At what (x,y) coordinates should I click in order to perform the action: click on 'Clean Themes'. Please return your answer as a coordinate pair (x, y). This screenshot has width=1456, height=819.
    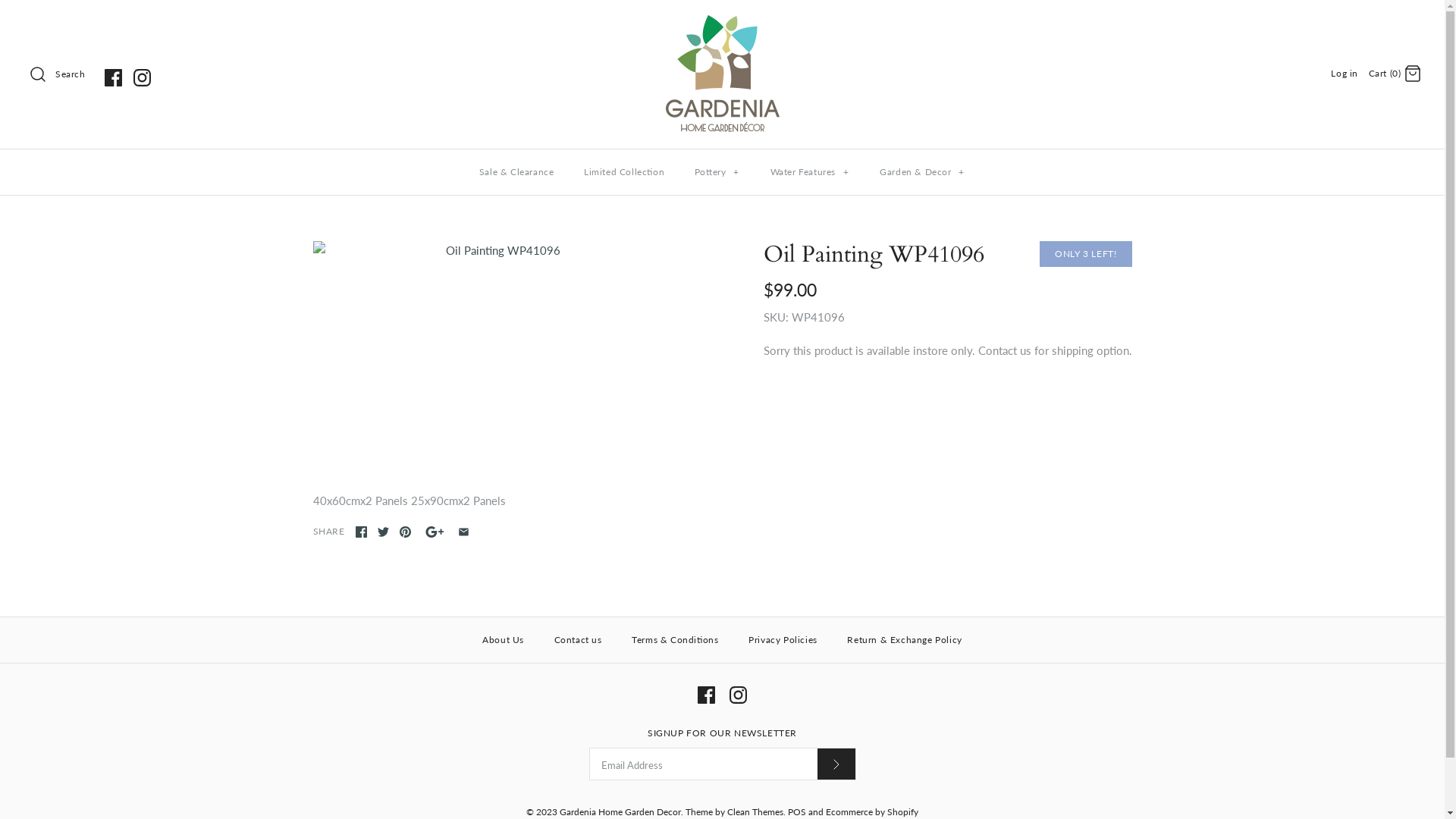
    Looking at the image, I should click on (755, 811).